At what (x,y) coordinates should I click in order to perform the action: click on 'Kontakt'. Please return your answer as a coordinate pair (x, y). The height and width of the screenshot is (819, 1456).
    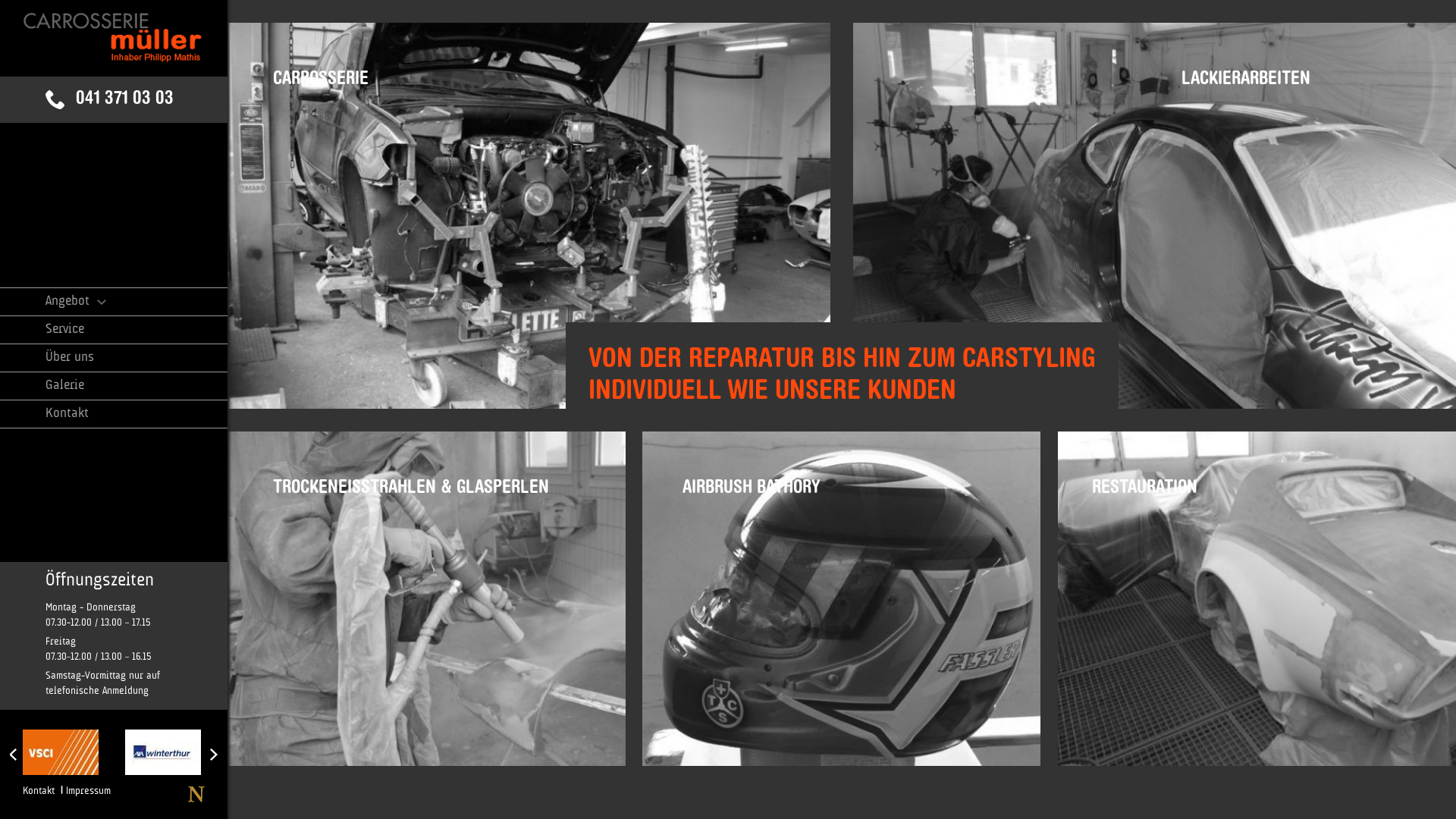
    Looking at the image, I should click on (39, 789).